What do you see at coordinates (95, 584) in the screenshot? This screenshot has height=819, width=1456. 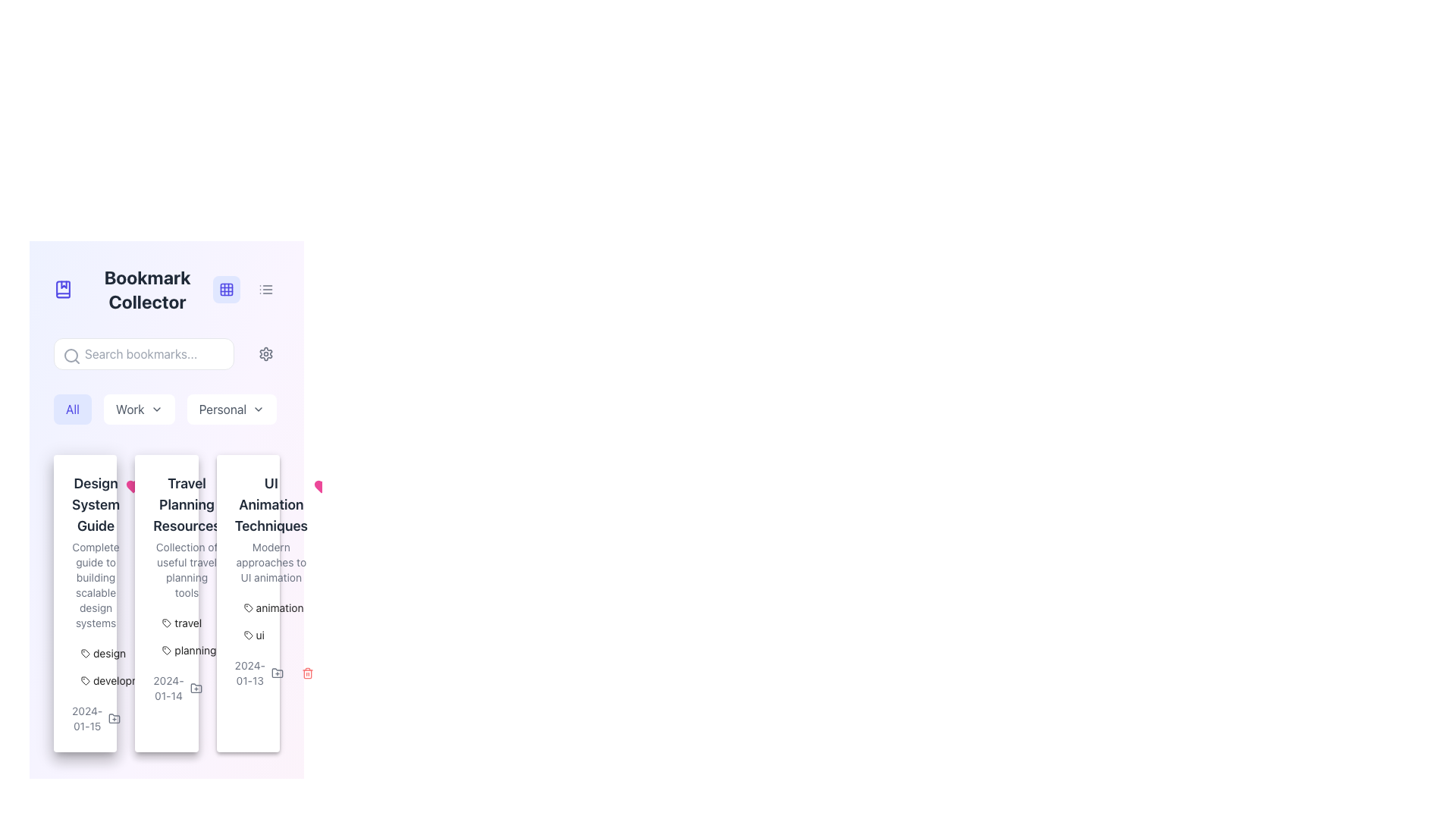 I see `the text block displaying 'Complete guide to building scalable design systems', which is located directly below the heading 'Design System Guide' in a card-like interface` at bounding box center [95, 584].